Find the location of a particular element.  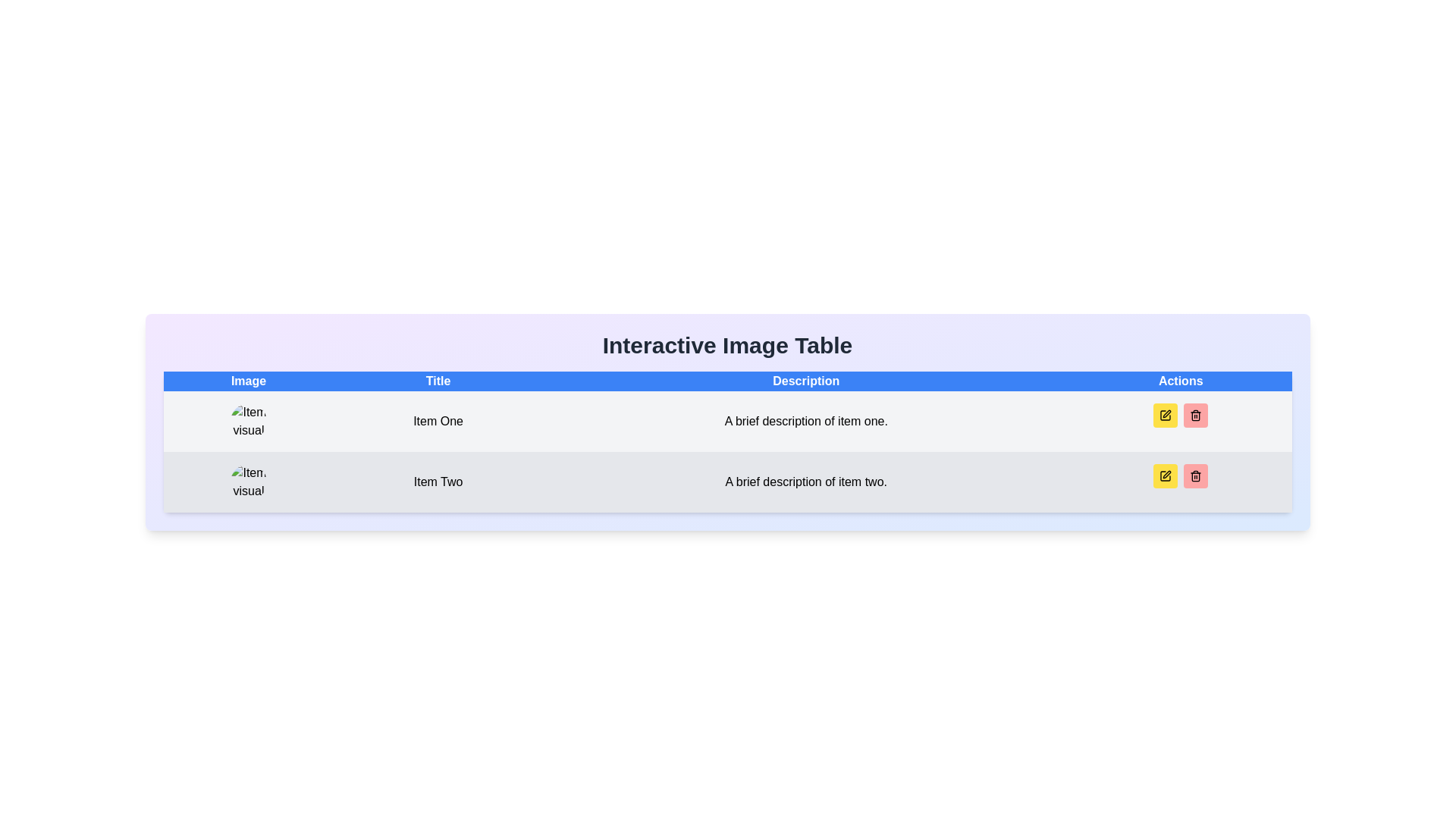

the square icon button with a pen overlay located in the 'Actions' column adjacent to the second row titled 'Item Two' is located at coordinates (1165, 475).